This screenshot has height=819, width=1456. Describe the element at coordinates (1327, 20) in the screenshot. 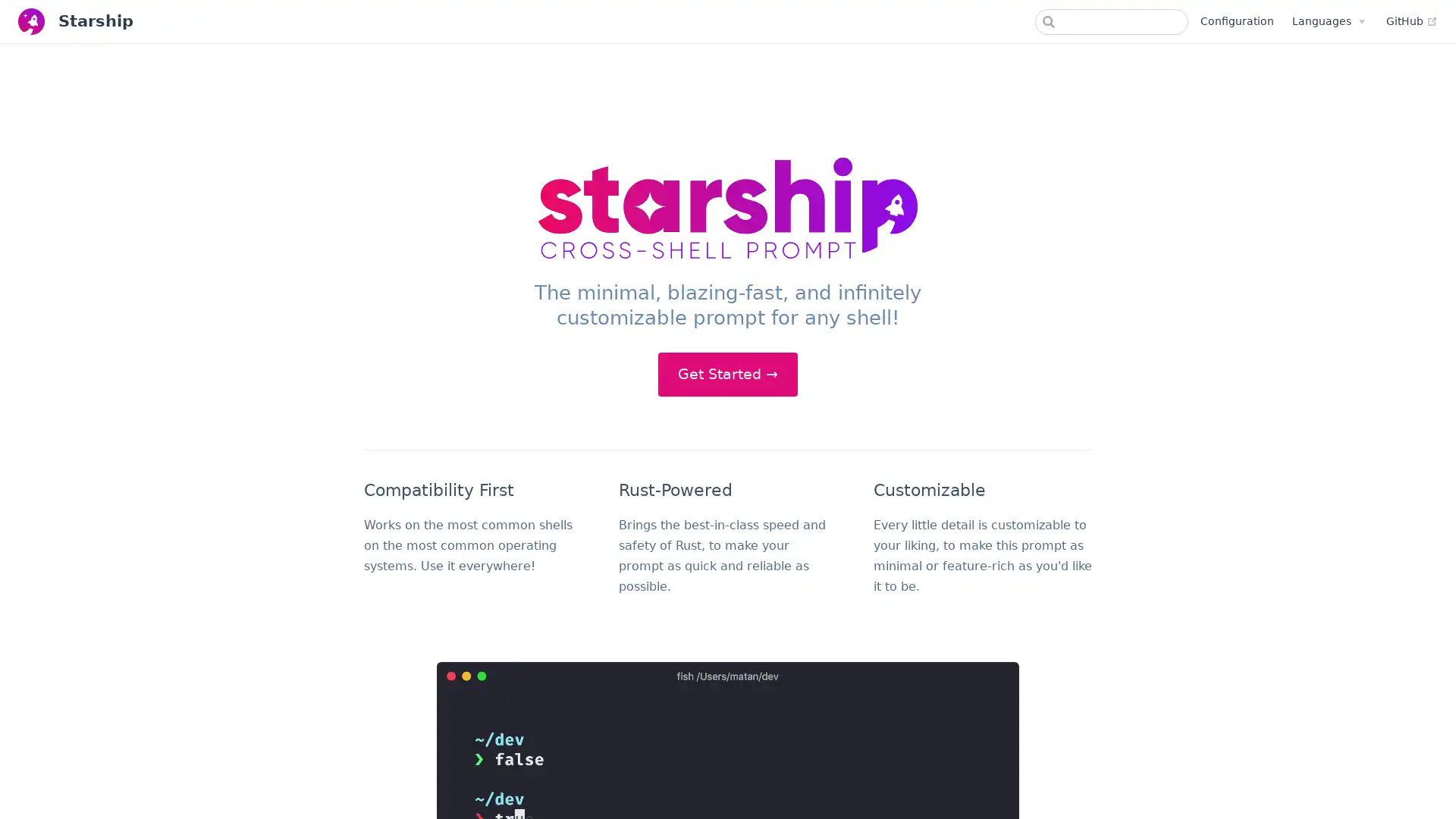

I see `Select language` at that location.